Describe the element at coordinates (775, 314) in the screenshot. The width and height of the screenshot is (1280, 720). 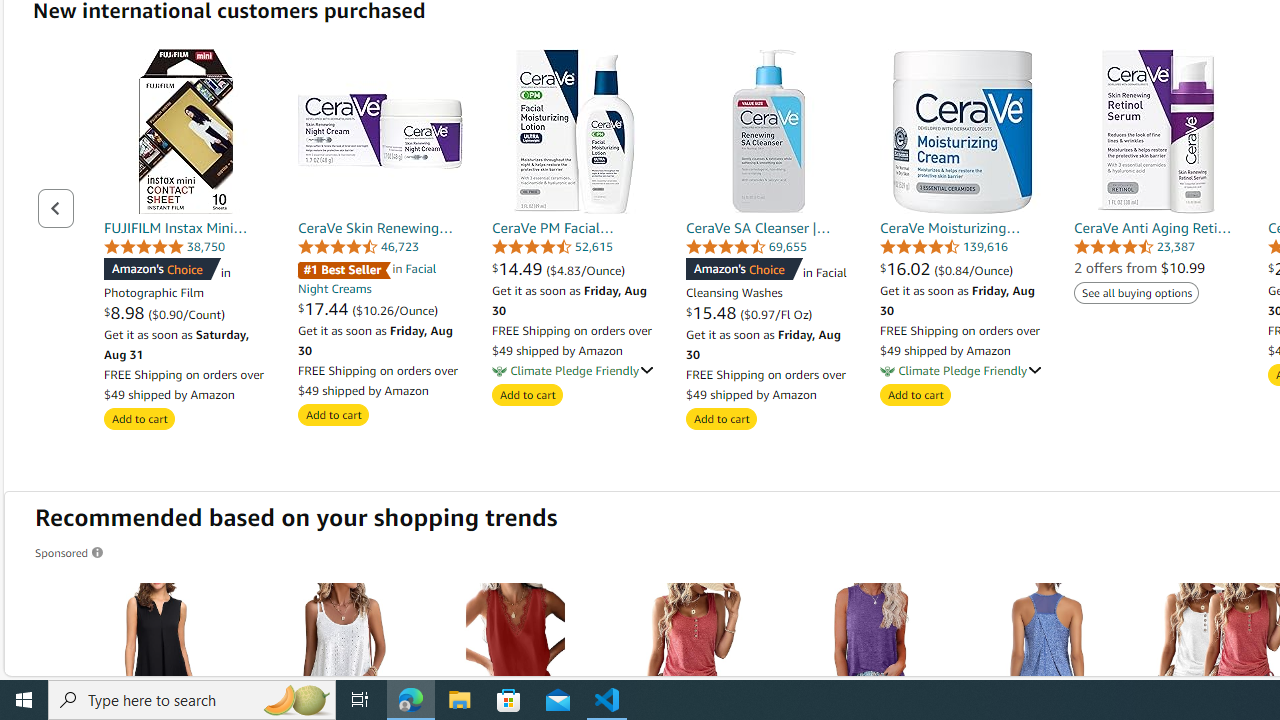
I see `'($0.97/Fl Oz)'` at that location.